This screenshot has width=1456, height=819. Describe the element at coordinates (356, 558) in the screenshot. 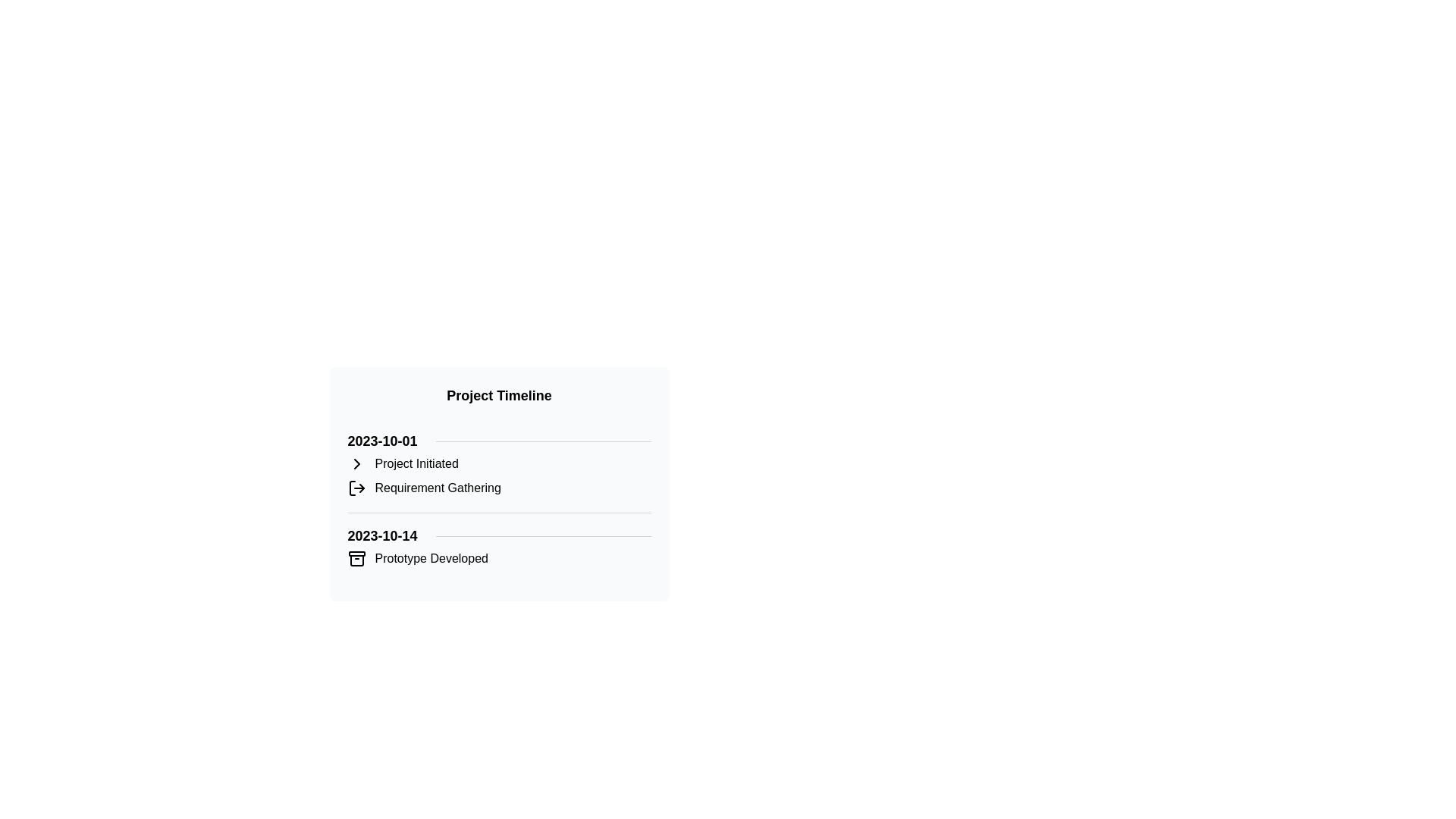

I see `the icon indicating the archived state, positioned to the left of the text 'Prototype Developed'` at that location.